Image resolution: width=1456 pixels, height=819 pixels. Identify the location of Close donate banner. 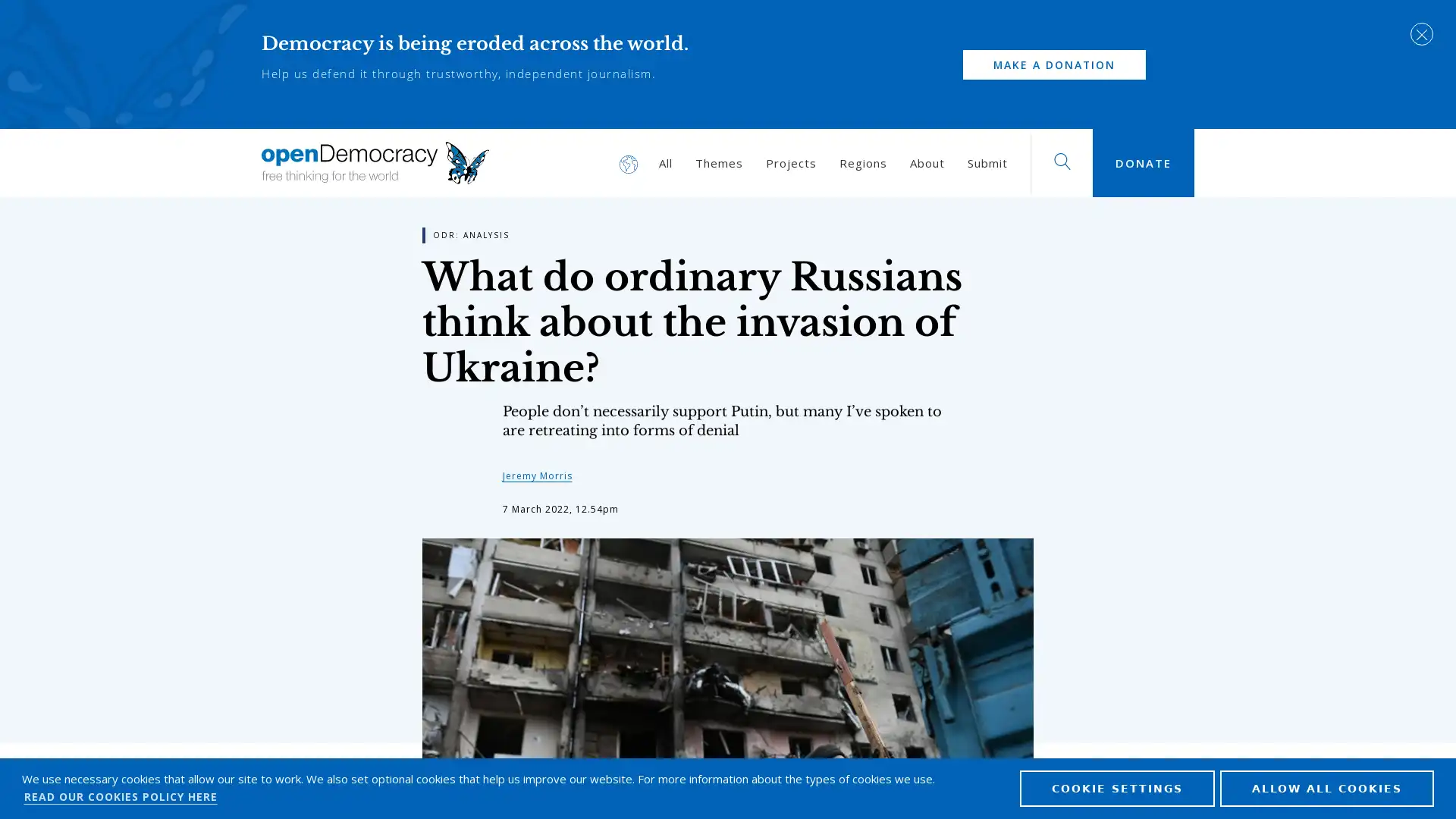
(1422, 35).